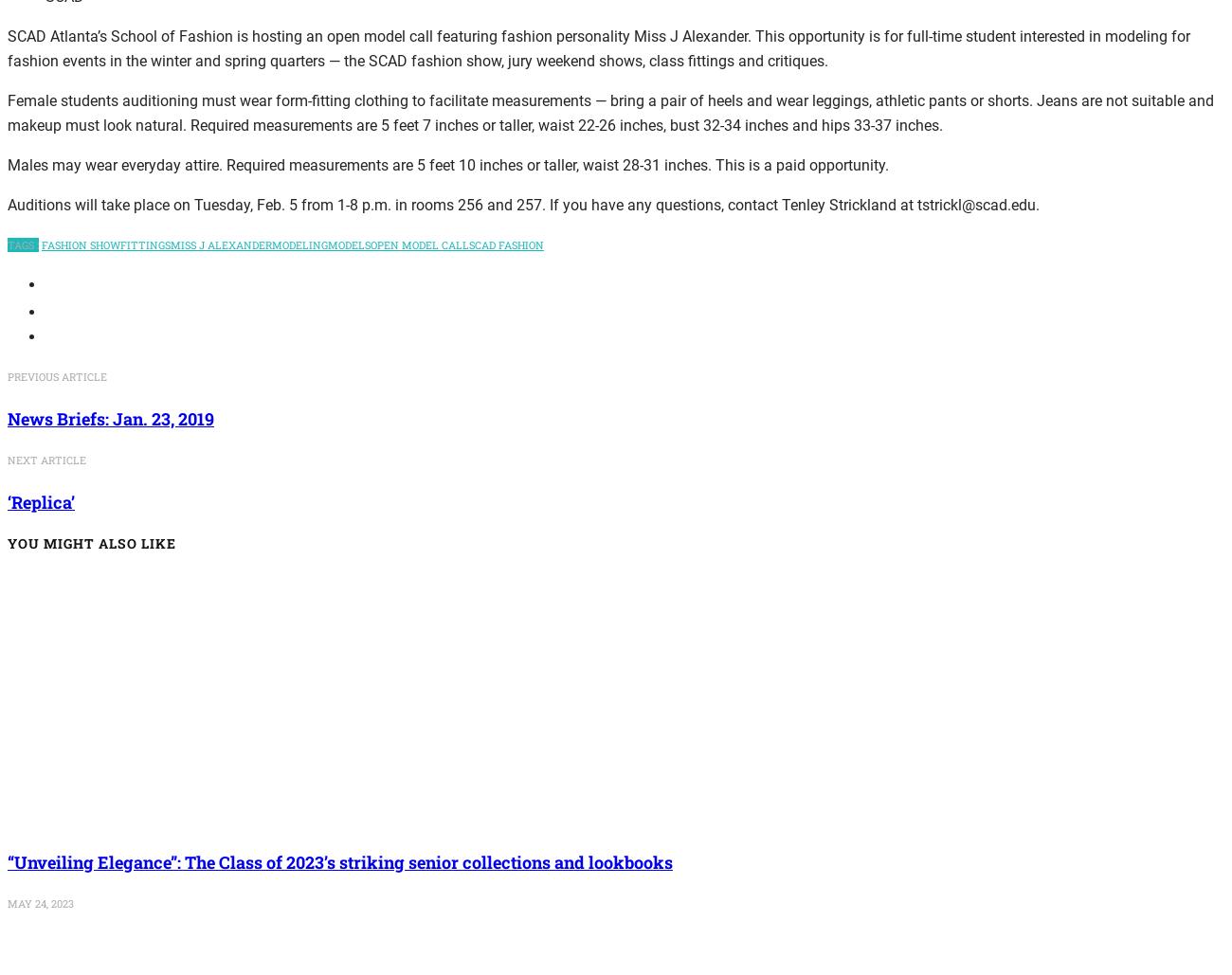 The image size is (1232, 975). I want to click on 'Auditions will take place on Tuesday, Feb. 5 from 1-8 p.m. in rooms 256 and 257. If you have any questions, contact Tenley Strickland at tstrickl@scad.edu.', so click(522, 204).